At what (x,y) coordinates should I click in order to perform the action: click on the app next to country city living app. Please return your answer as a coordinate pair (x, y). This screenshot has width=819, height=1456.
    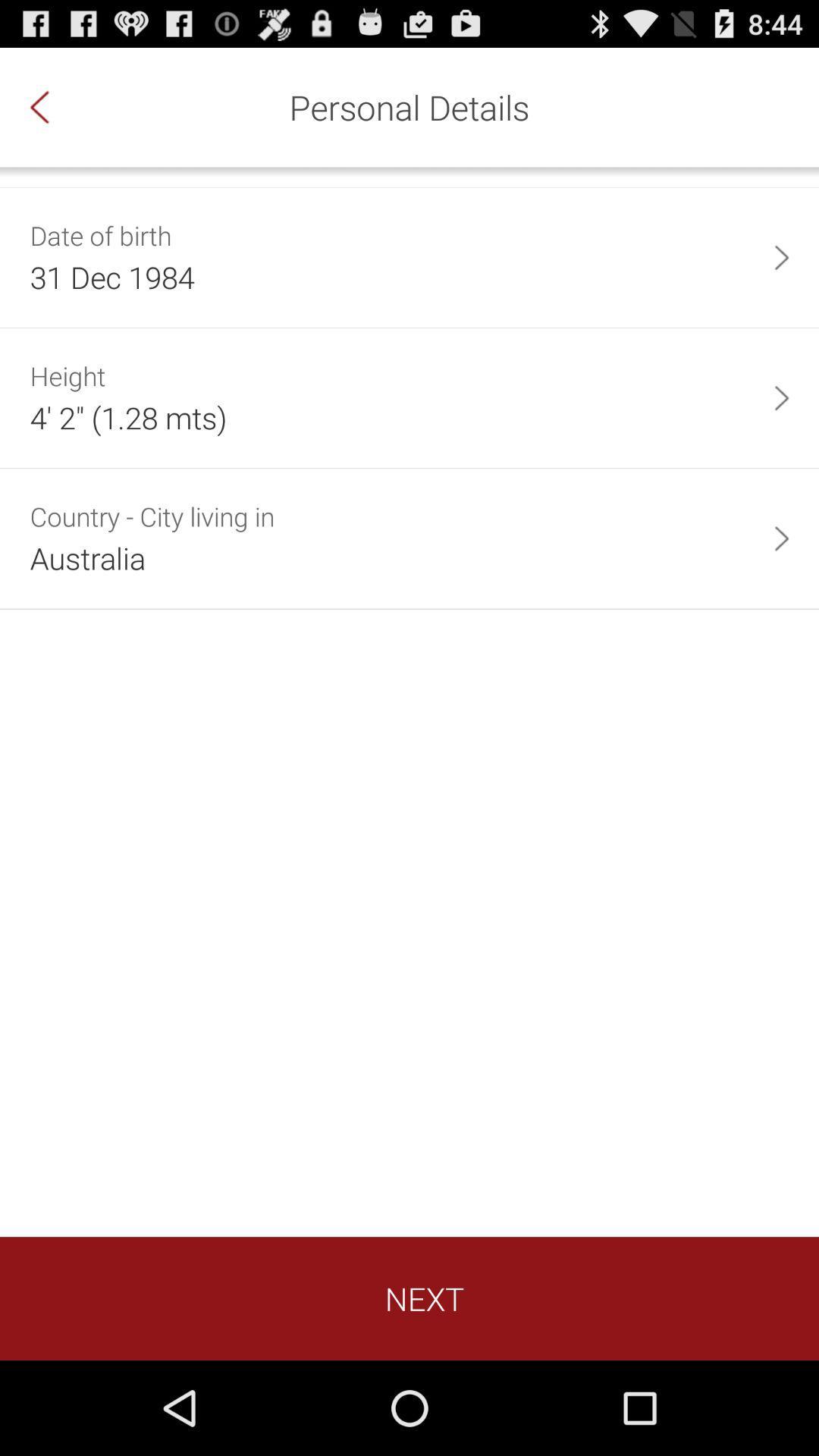
    Looking at the image, I should click on (781, 538).